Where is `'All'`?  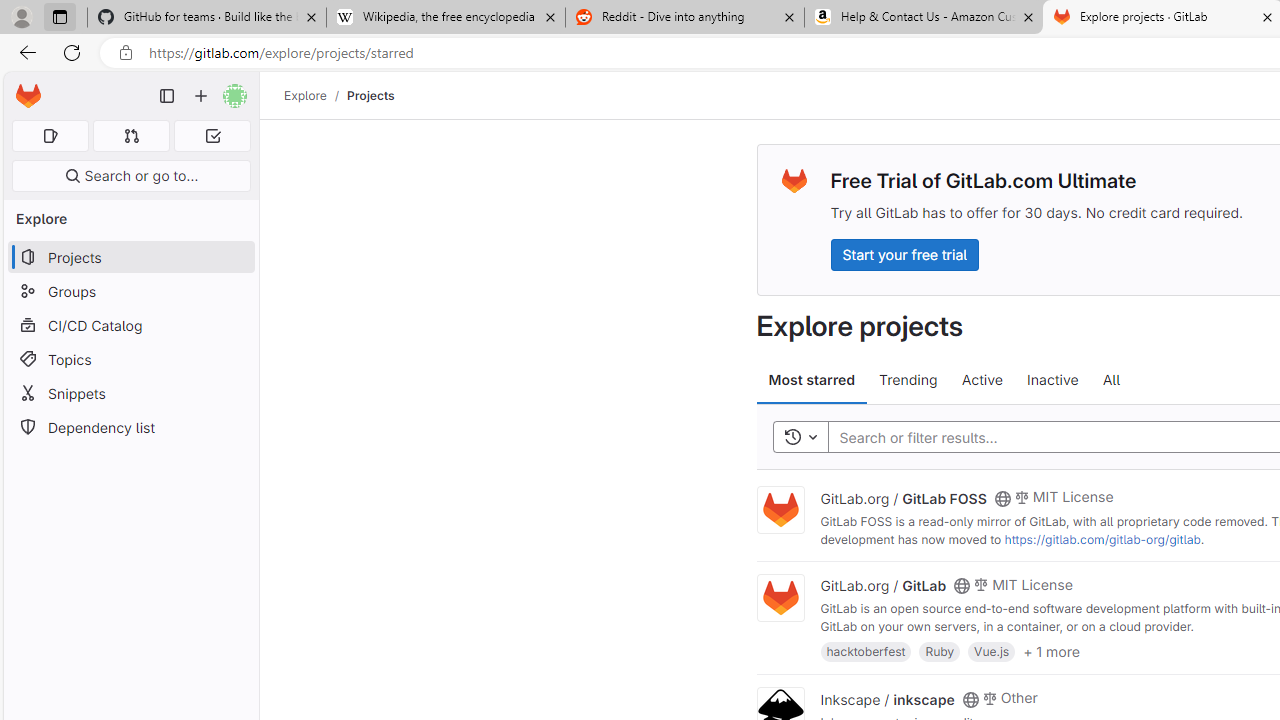
'All' is located at coordinates (1110, 380).